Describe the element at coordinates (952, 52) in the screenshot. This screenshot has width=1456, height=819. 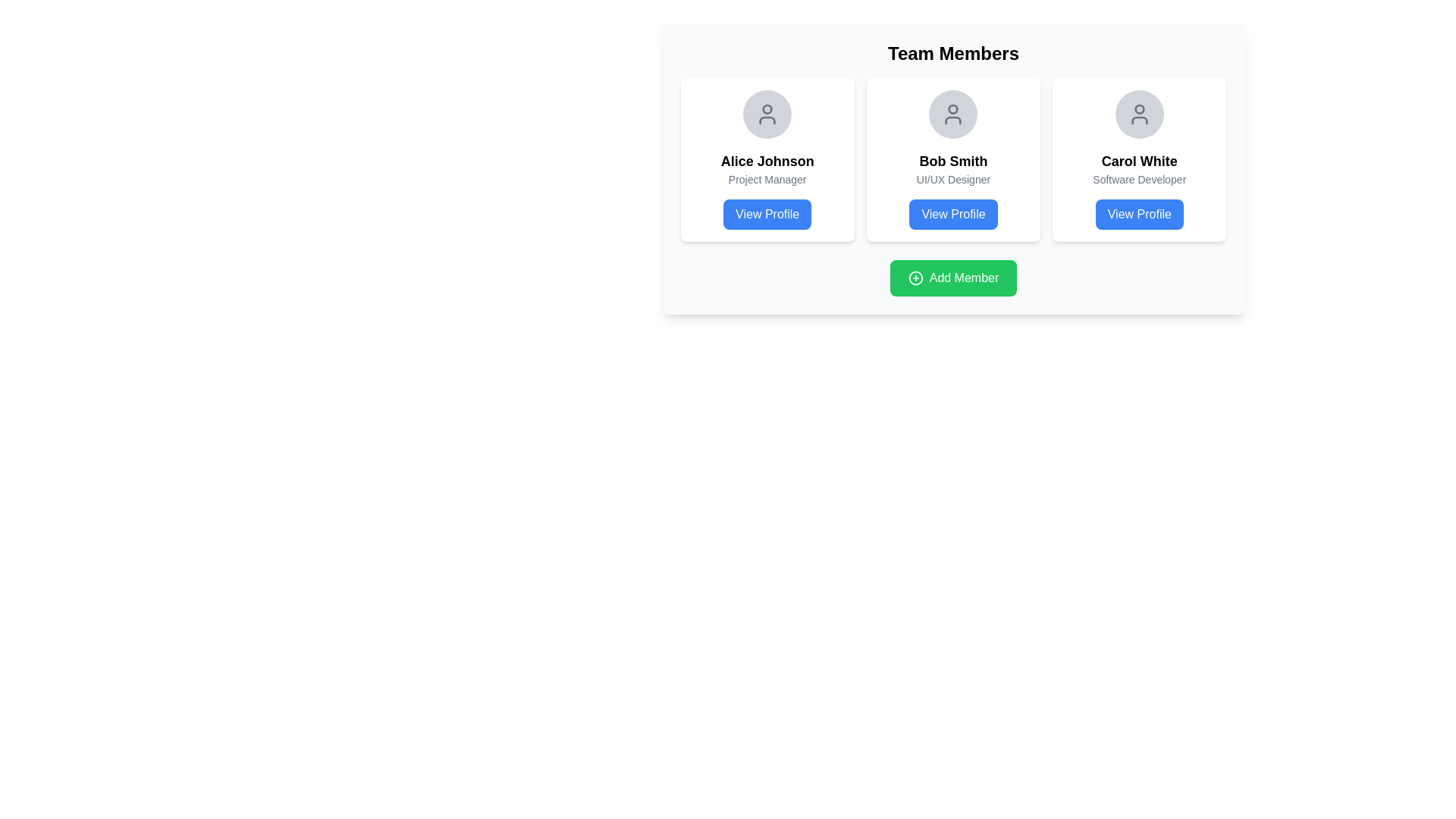
I see `the text label displaying 'Team Members' at the top center of the team members section` at that location.